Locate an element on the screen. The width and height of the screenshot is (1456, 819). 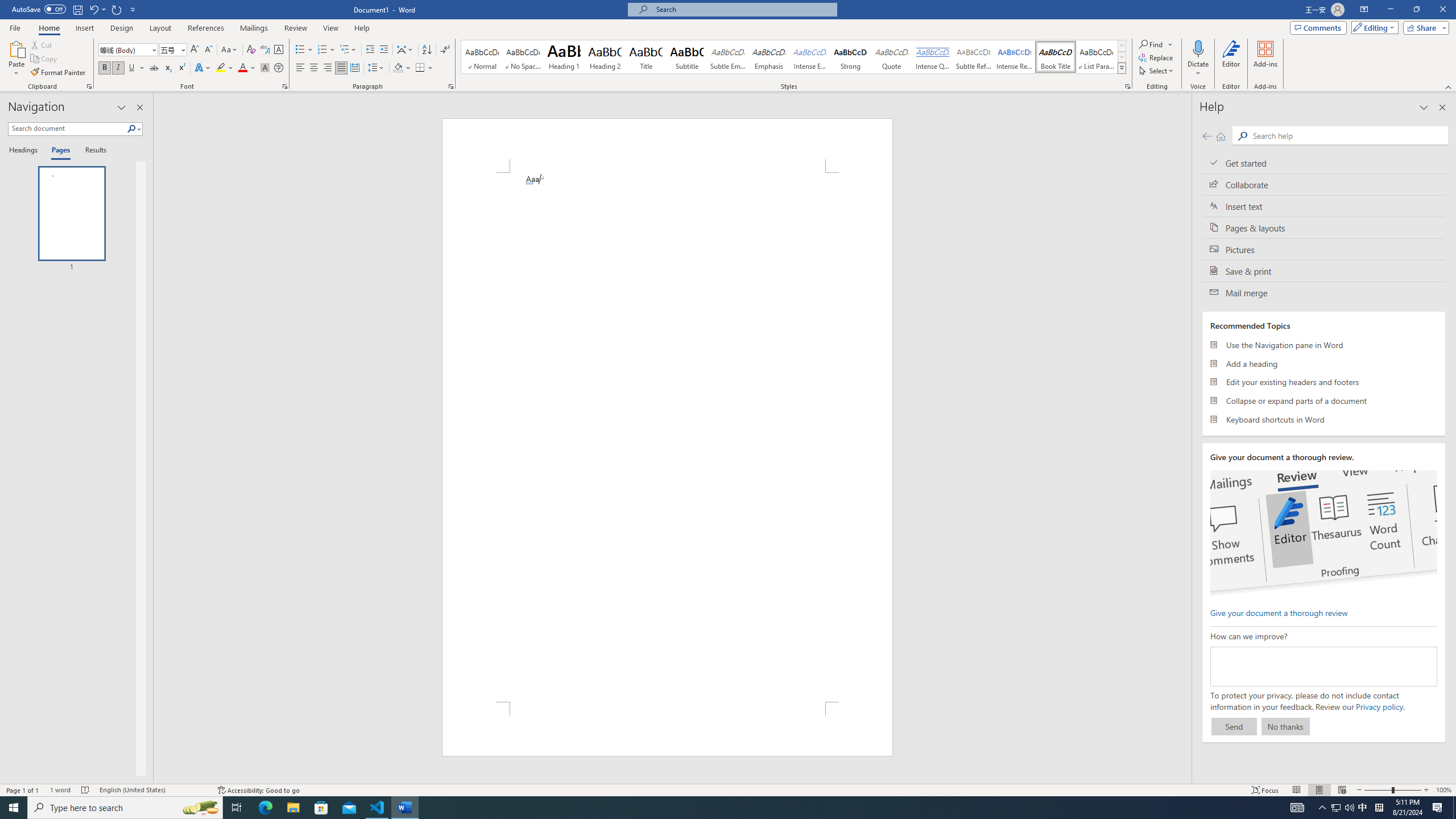
'Page 1 content' is located at coordinates (667, 436).